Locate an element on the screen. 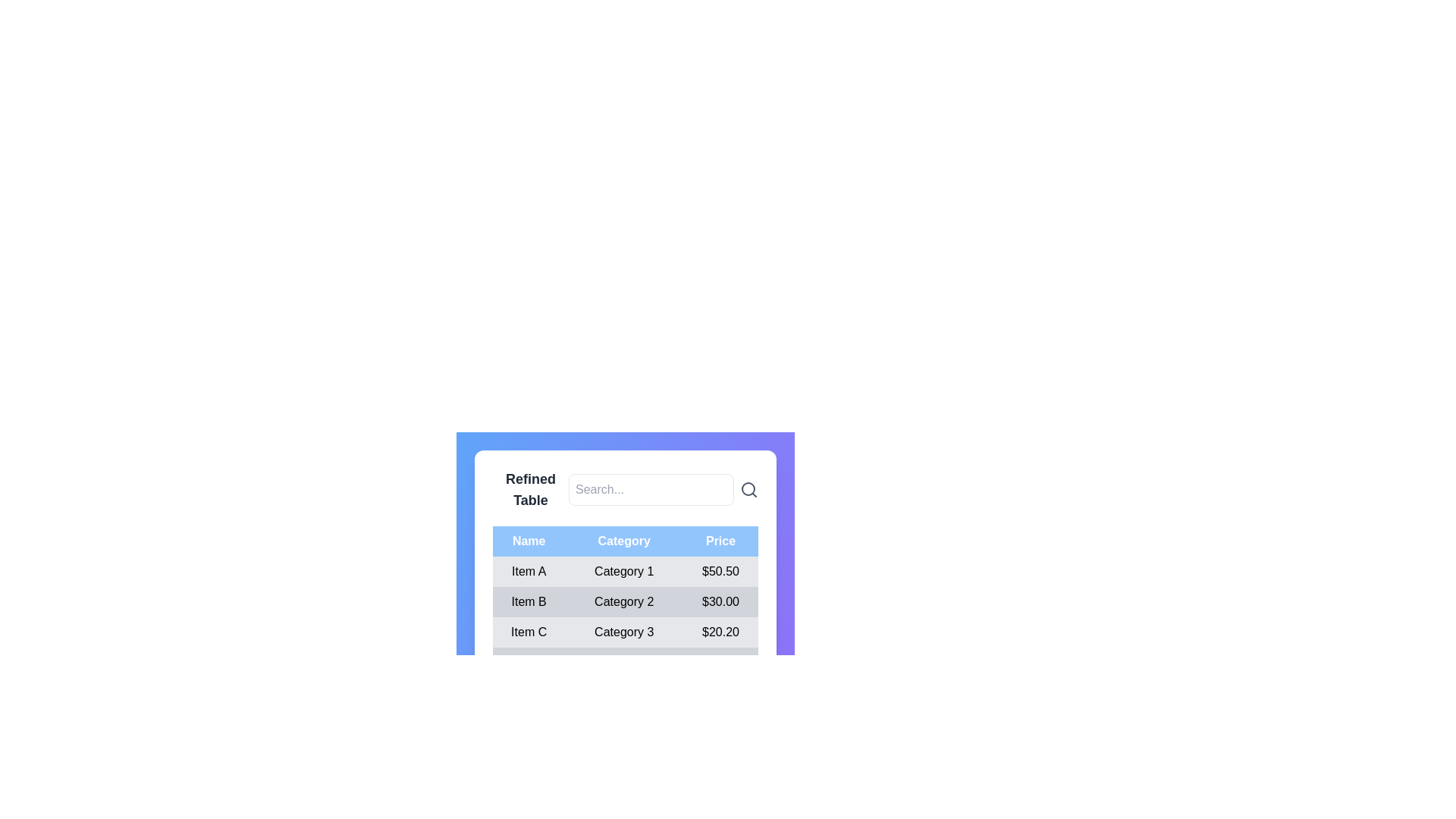  the 'Price' column header, which is the third header in a set of three horizontal headers in the table layout is located at coordinates (720, 540).